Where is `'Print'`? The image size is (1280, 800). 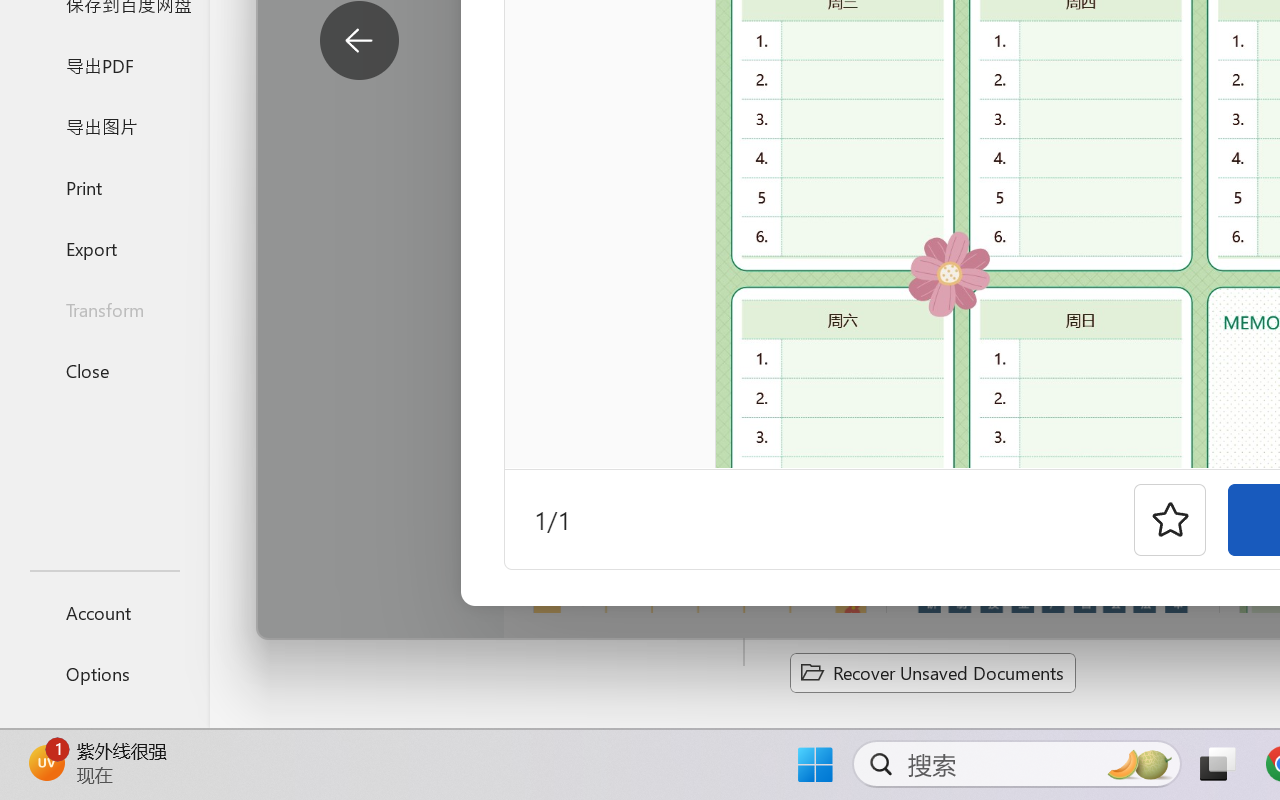
'Print' is located at coordinates (103, 186).